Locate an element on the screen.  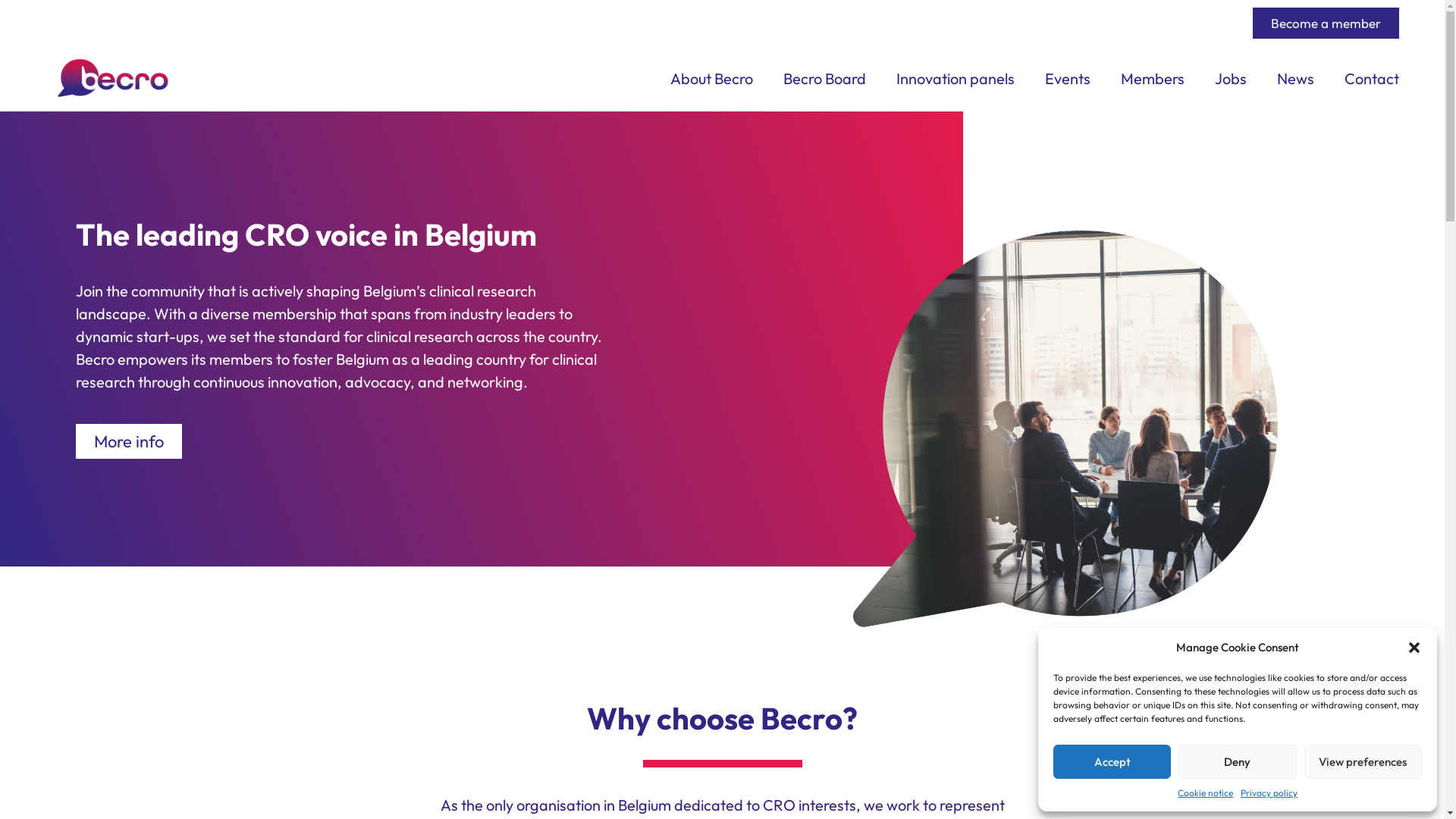
'Cookie notice' is located at coordinates (1204, 792).